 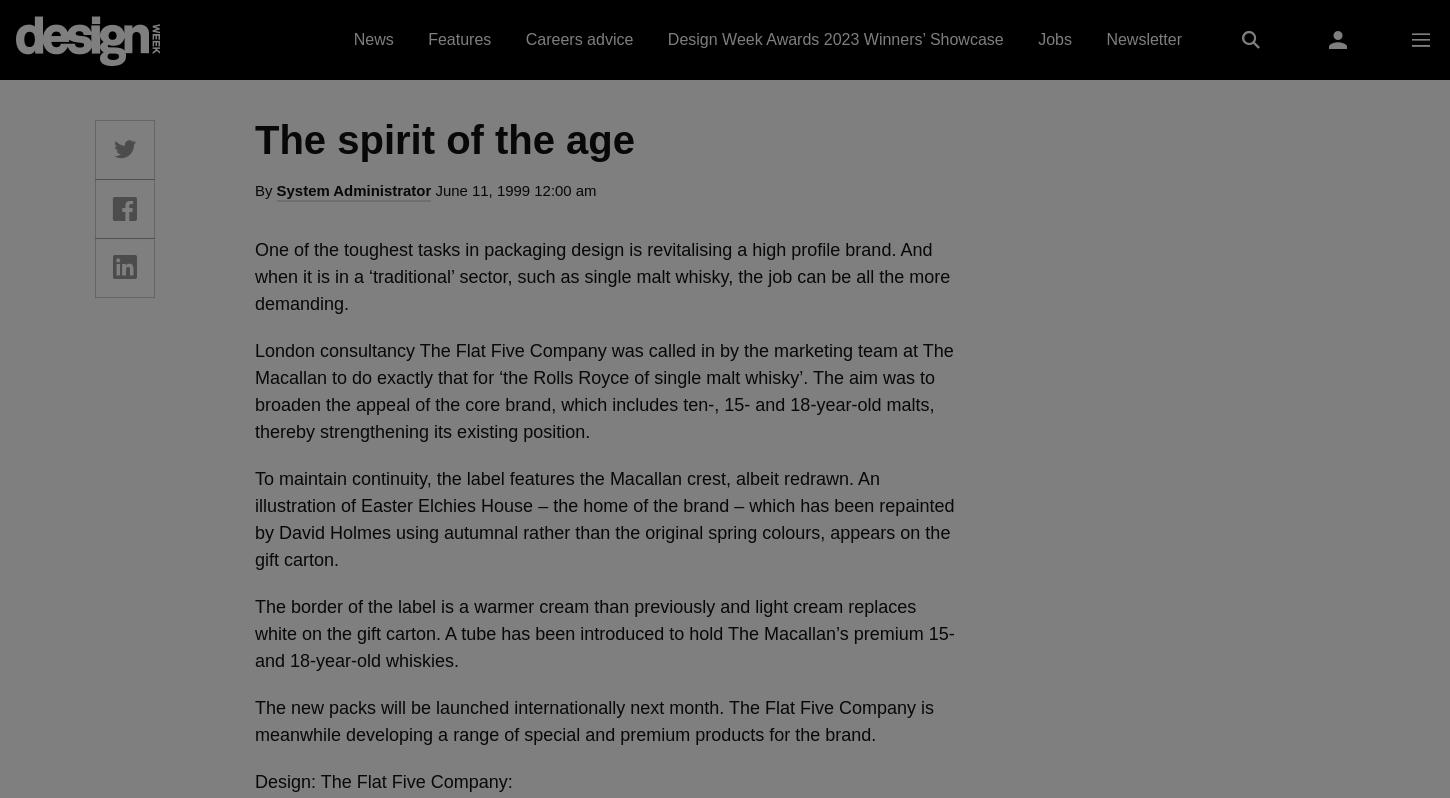 What do you see at coordinates (525, 39) in the screenshot?
I see `'Careers advice'` at bounding box center [525, 39].